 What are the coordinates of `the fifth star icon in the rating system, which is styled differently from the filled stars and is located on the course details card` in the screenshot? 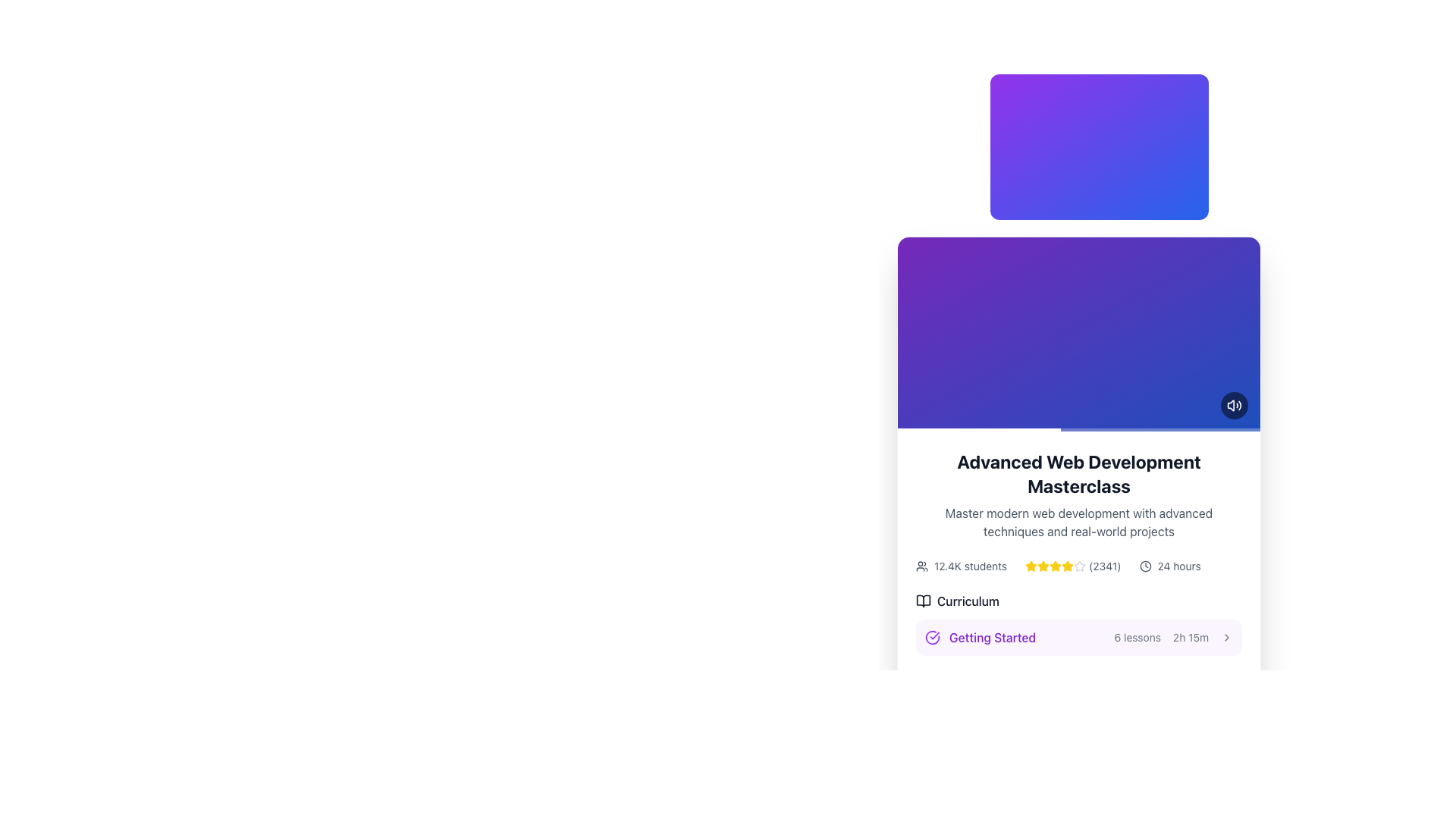 It's located at (1079, 566).